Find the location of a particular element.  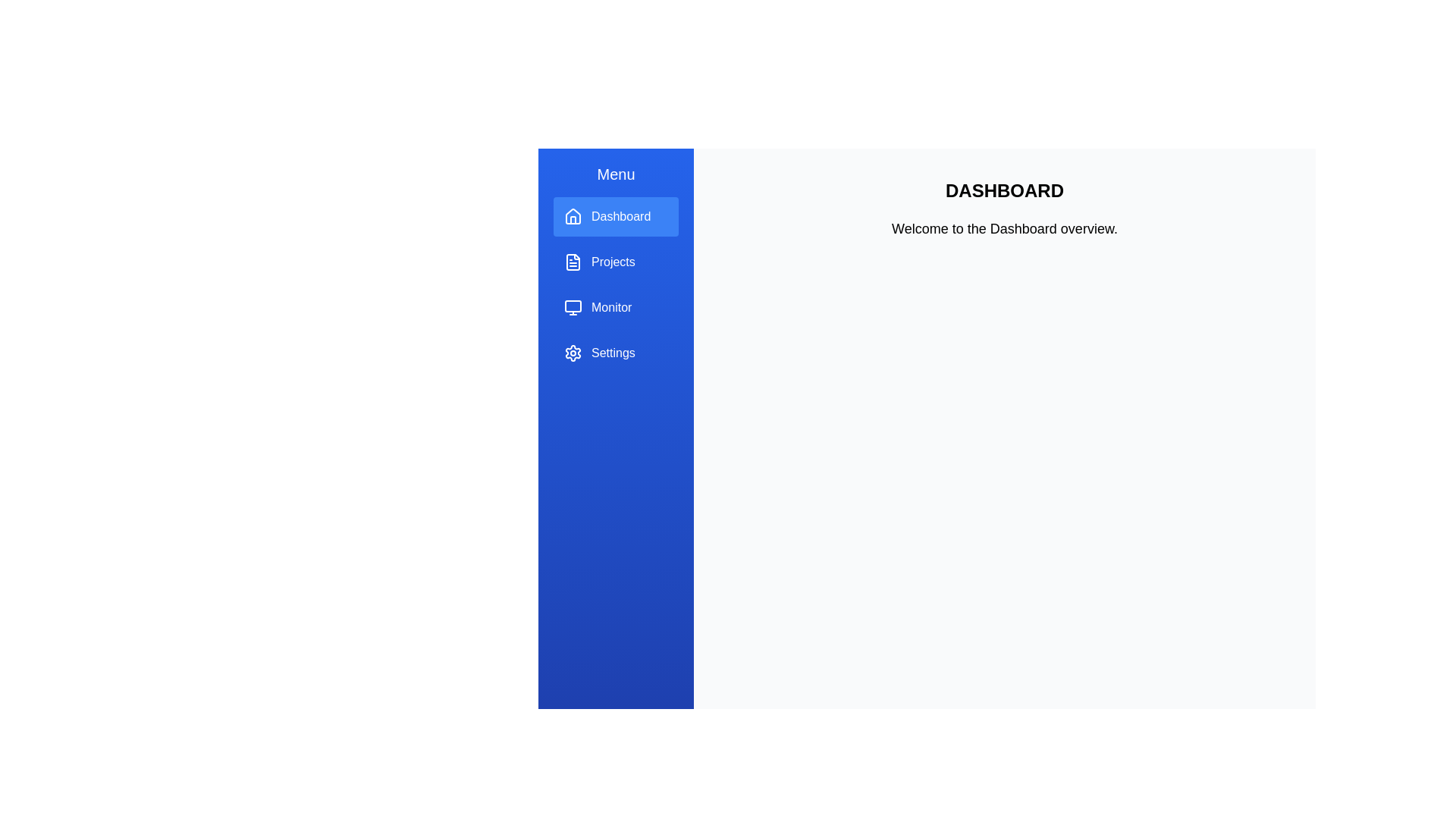

the 'Dashboard' icon in the left navigation panel is located at coordinates (572, 216).